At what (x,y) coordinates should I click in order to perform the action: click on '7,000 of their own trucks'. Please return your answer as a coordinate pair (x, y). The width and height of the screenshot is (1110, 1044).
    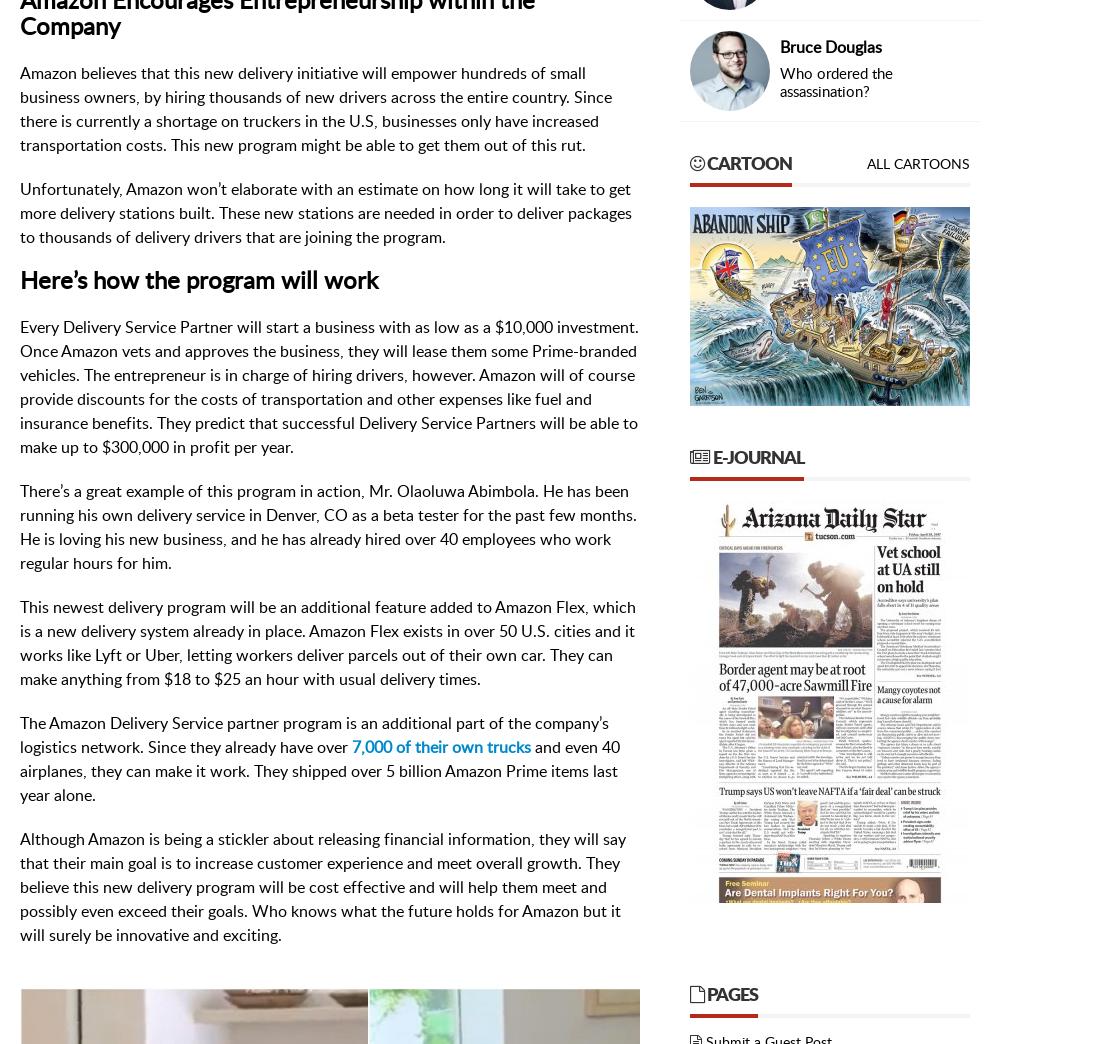
    Looking at the image, I should click on (440, 746).